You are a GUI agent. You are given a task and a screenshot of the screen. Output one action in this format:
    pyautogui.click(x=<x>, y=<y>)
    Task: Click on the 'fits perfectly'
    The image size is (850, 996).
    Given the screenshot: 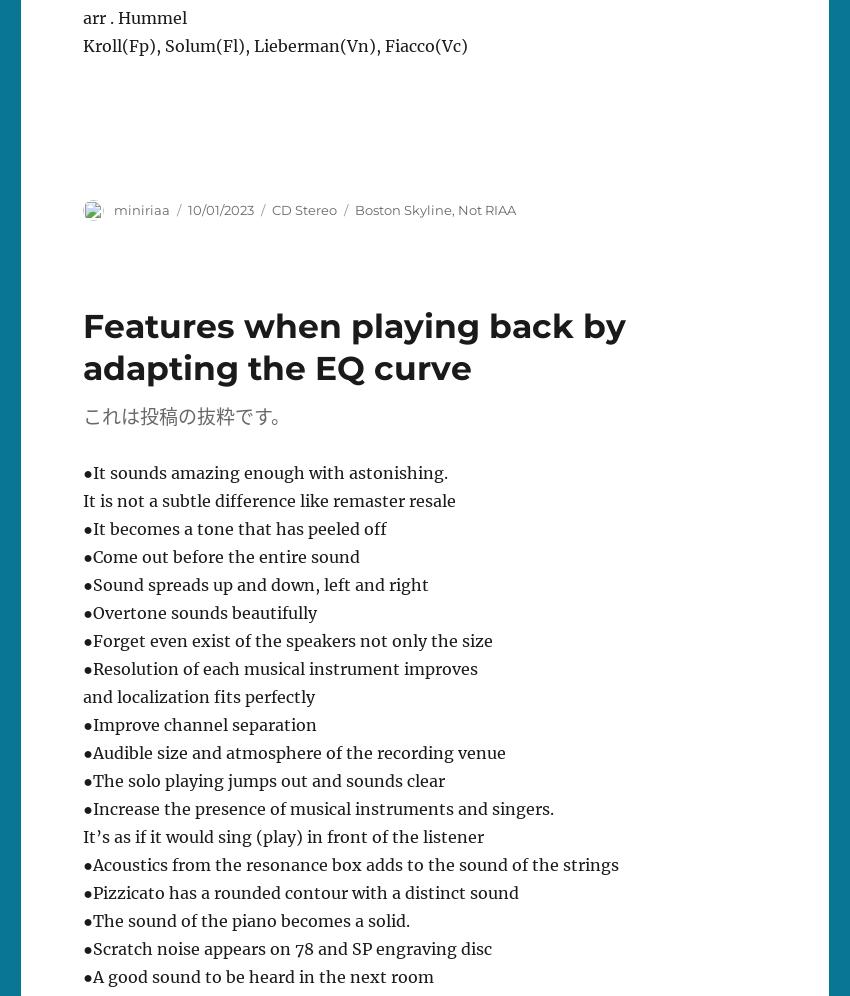 What is the action you would take?
    pyautogui.click(x=261, y=697)
    